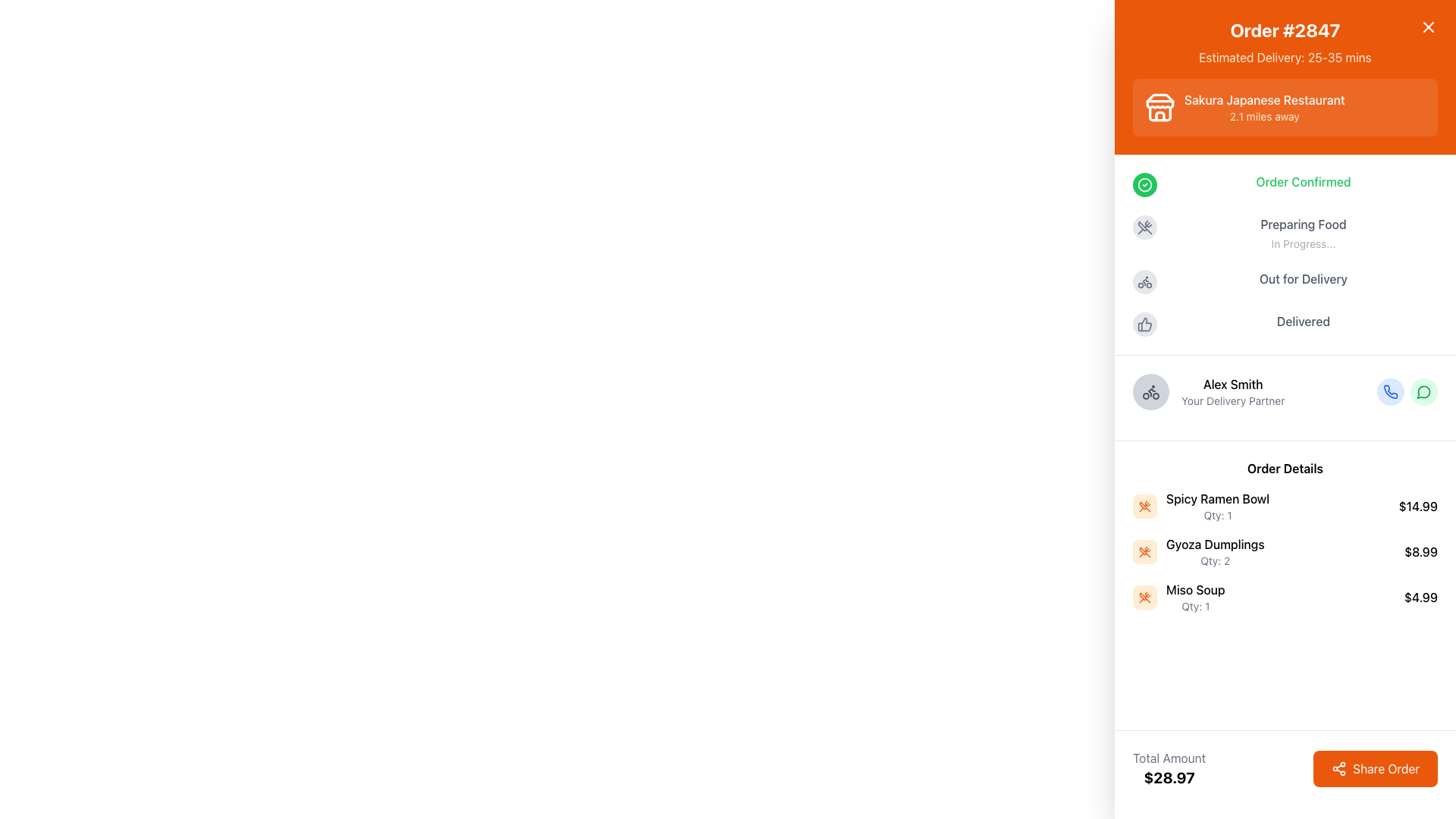 This screenshot has height=819, width=1456. I want to click on the 'Miso Soup' list item in the 'Order Details' section, so click(1284, 596).